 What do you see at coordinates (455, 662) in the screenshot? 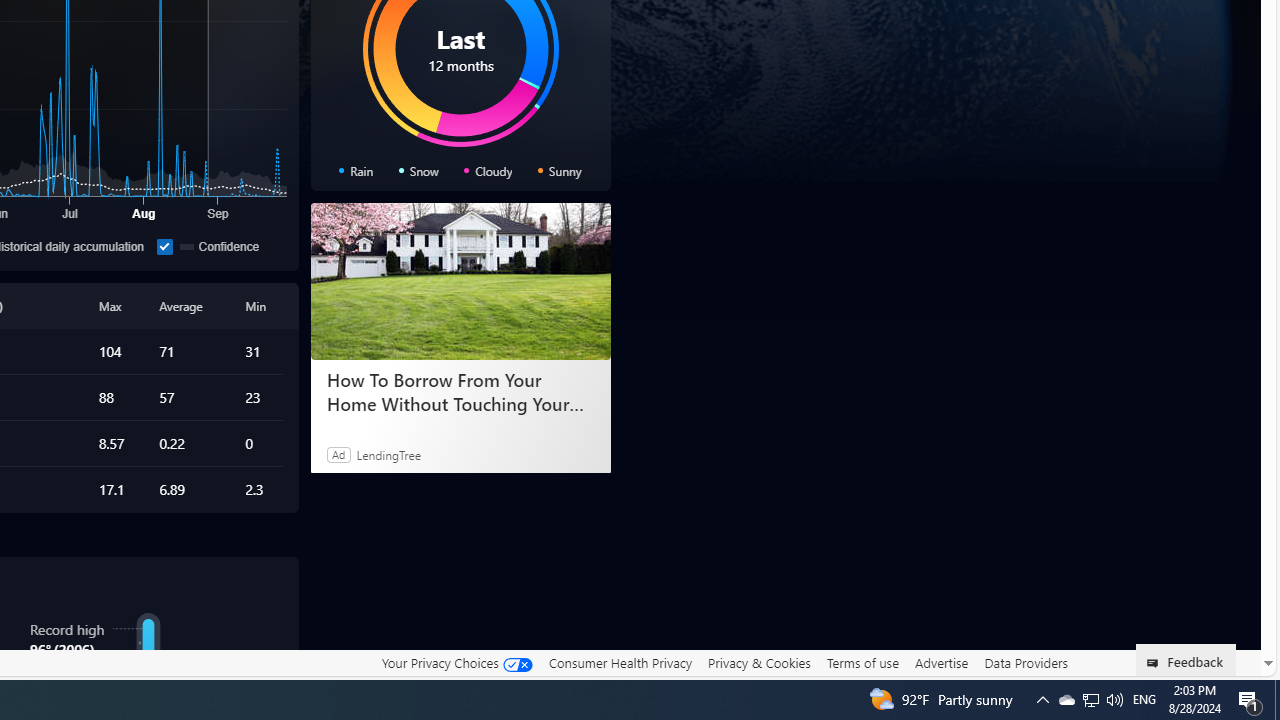
I see `'Your Privacy Choices'` at bounding box center [455, 662].